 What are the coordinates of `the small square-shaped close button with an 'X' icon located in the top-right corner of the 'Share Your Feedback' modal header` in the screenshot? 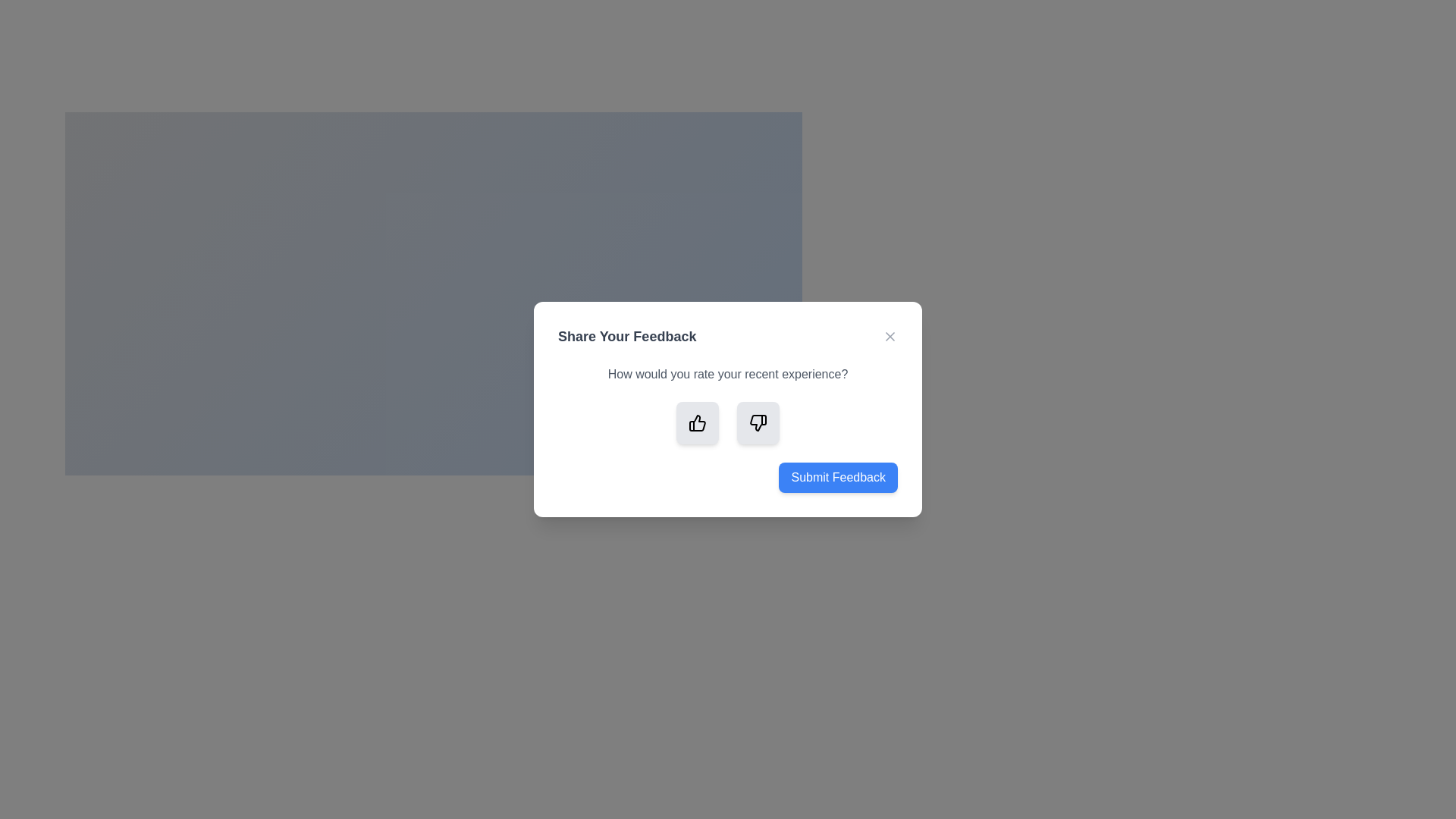 It's located at (890, 335).